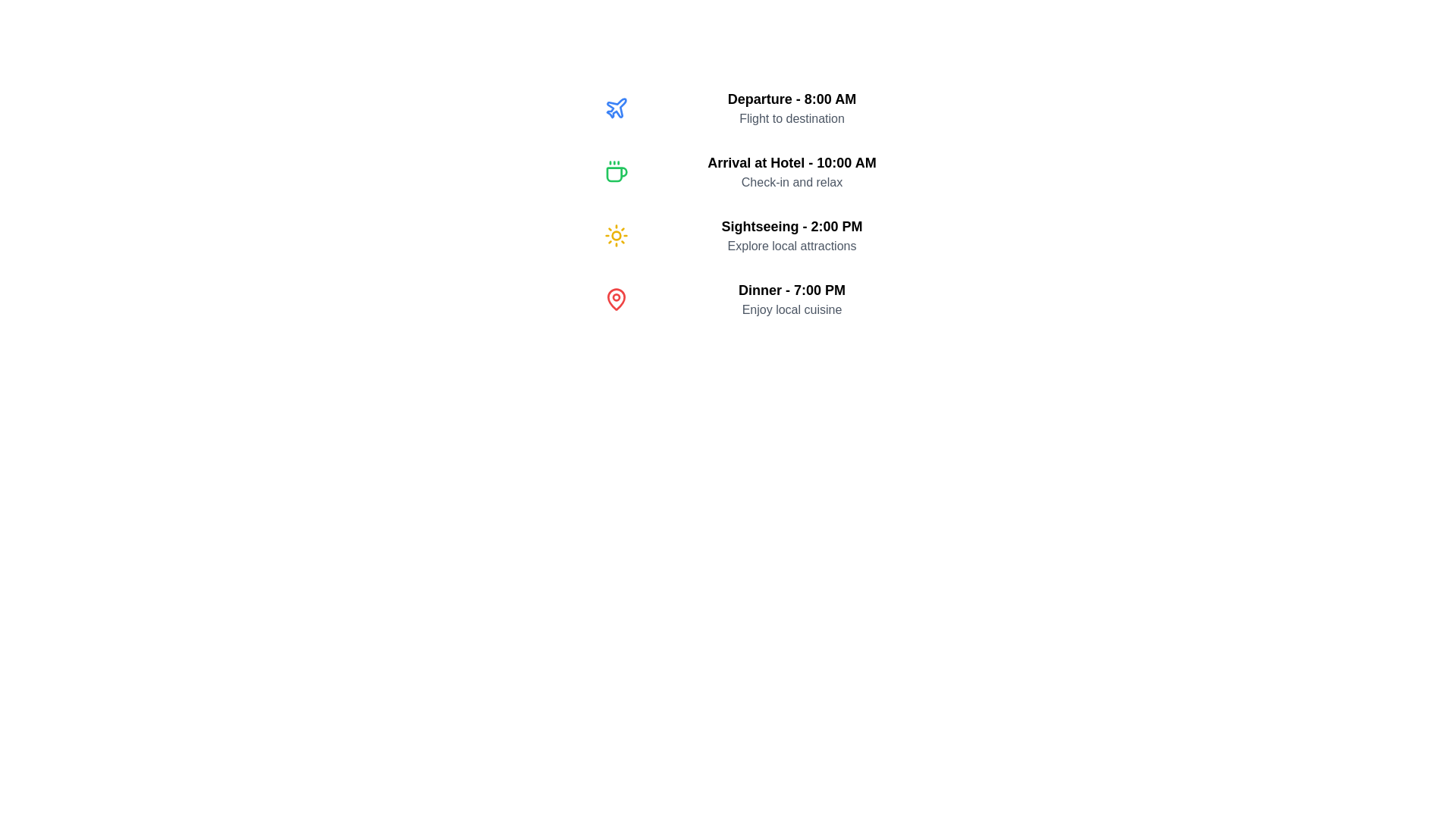  What do you see at coordinates (791, 181) in the screenshot?
I see `the text label displaying 'Check-in and relax', which is styled in light gray and positioned below 'Arrival at Hotel - 10:00 AM' in the itinerary interface` at bounding box center [791, 181].